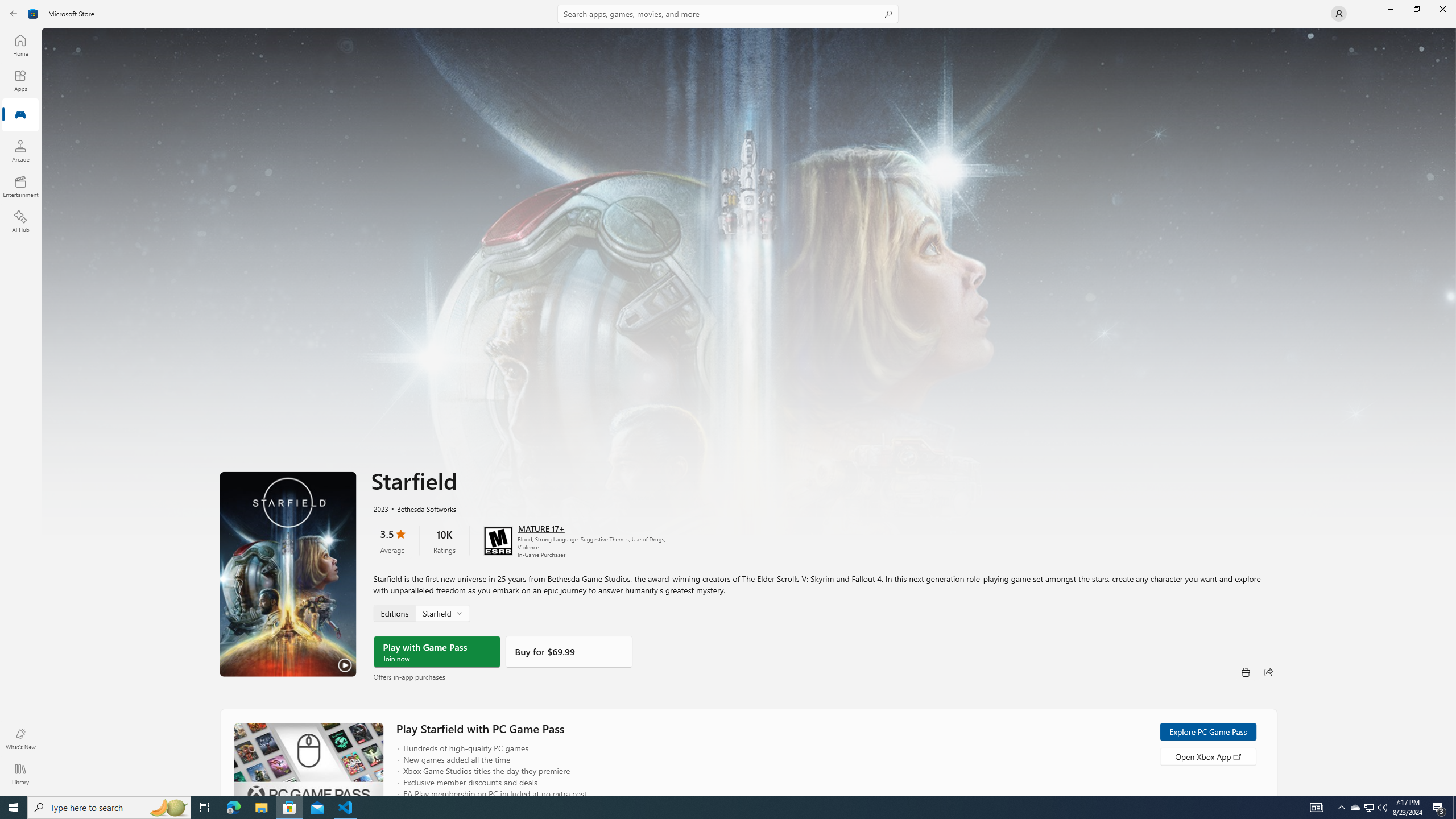 The height and width of the screenshot is (819, 1456). Describe the element at coordinates (1207, 755) in the screenshot. I see `'Open Xbox App'` at that location.